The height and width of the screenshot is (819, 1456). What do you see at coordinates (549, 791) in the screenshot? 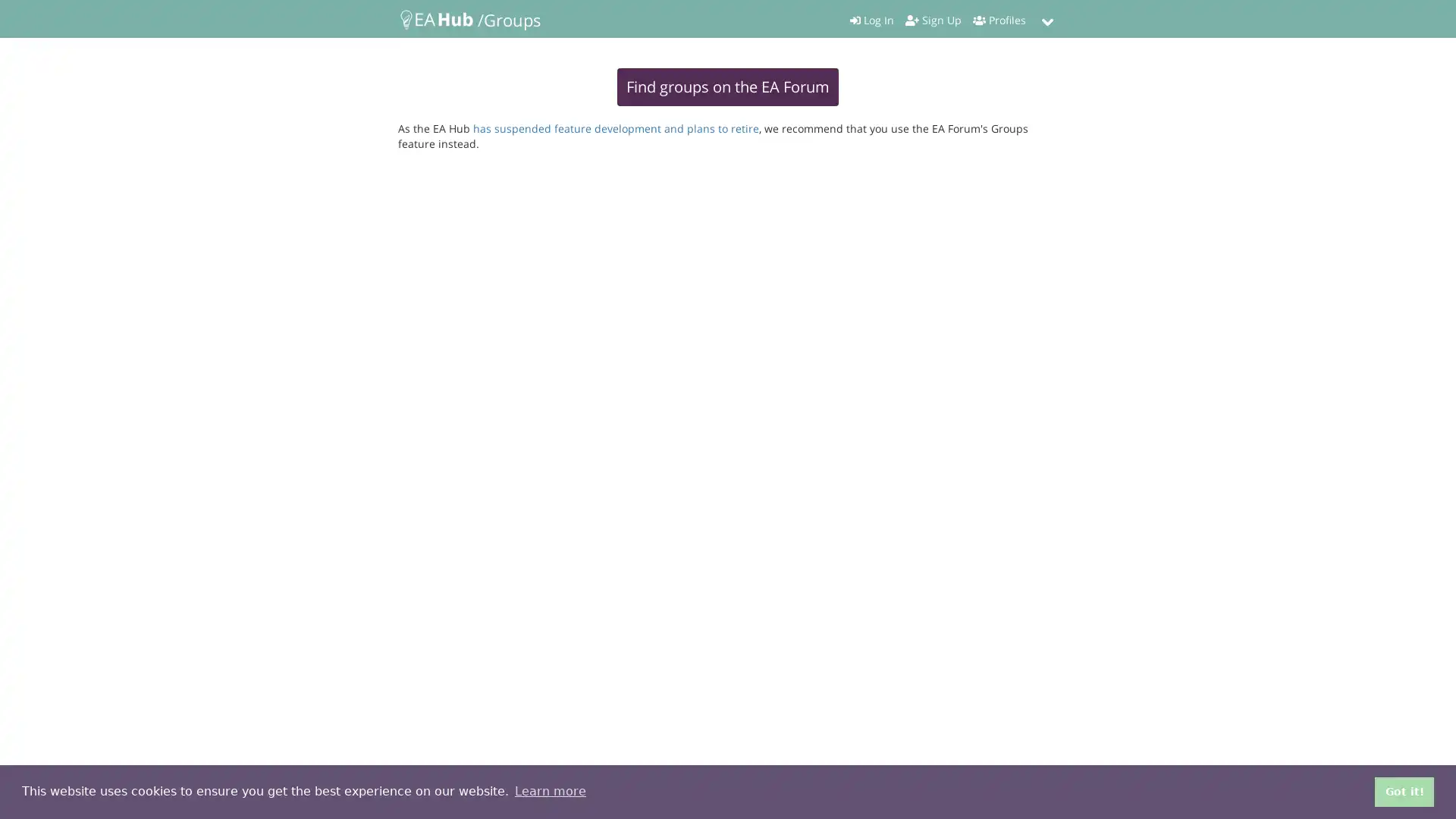
I see `learn more about cookies` at bounding box center [549, 791].